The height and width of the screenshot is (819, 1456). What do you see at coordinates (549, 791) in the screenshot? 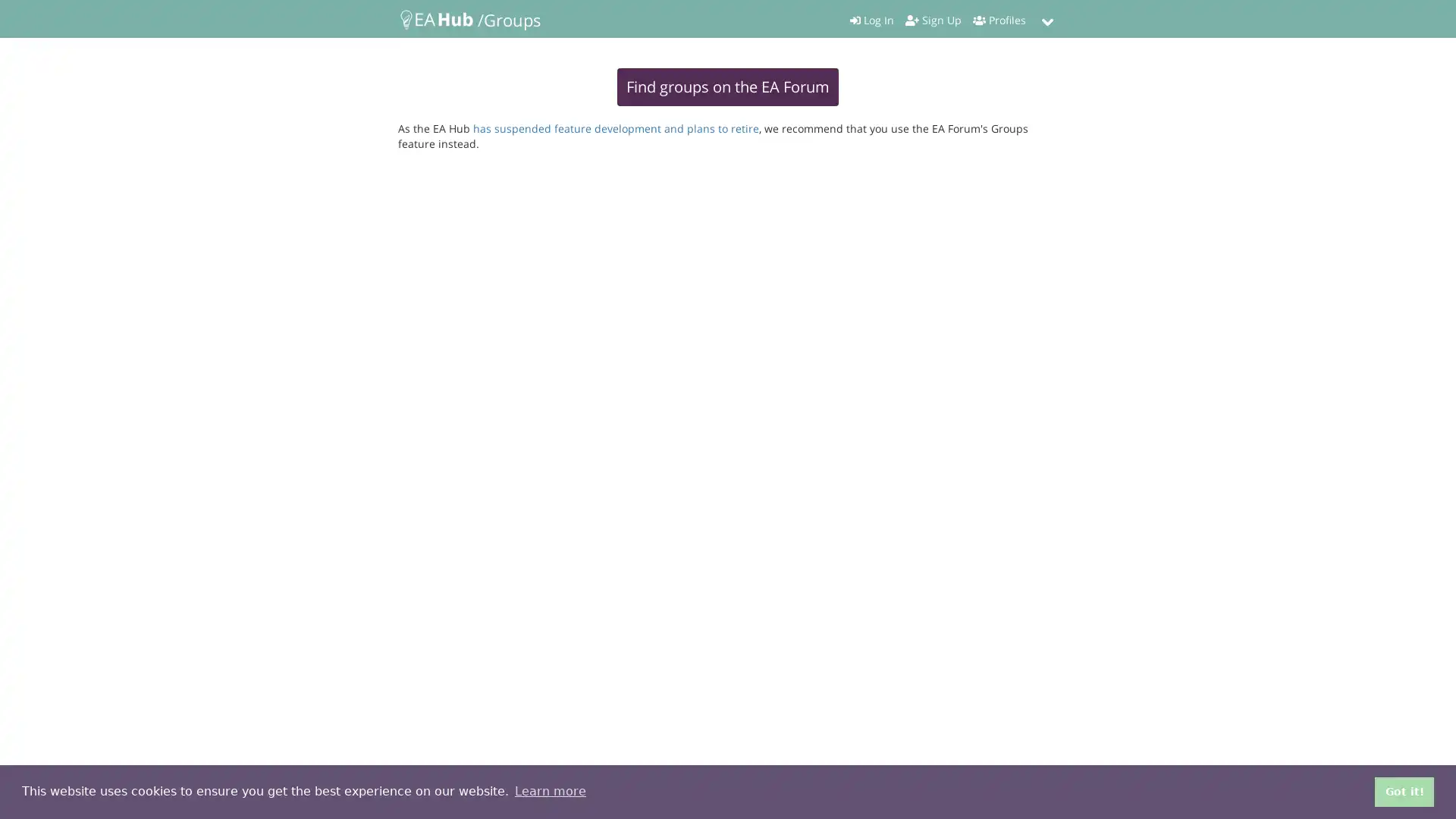
I see `learn more about cookies` at bounding box center [549, 791].